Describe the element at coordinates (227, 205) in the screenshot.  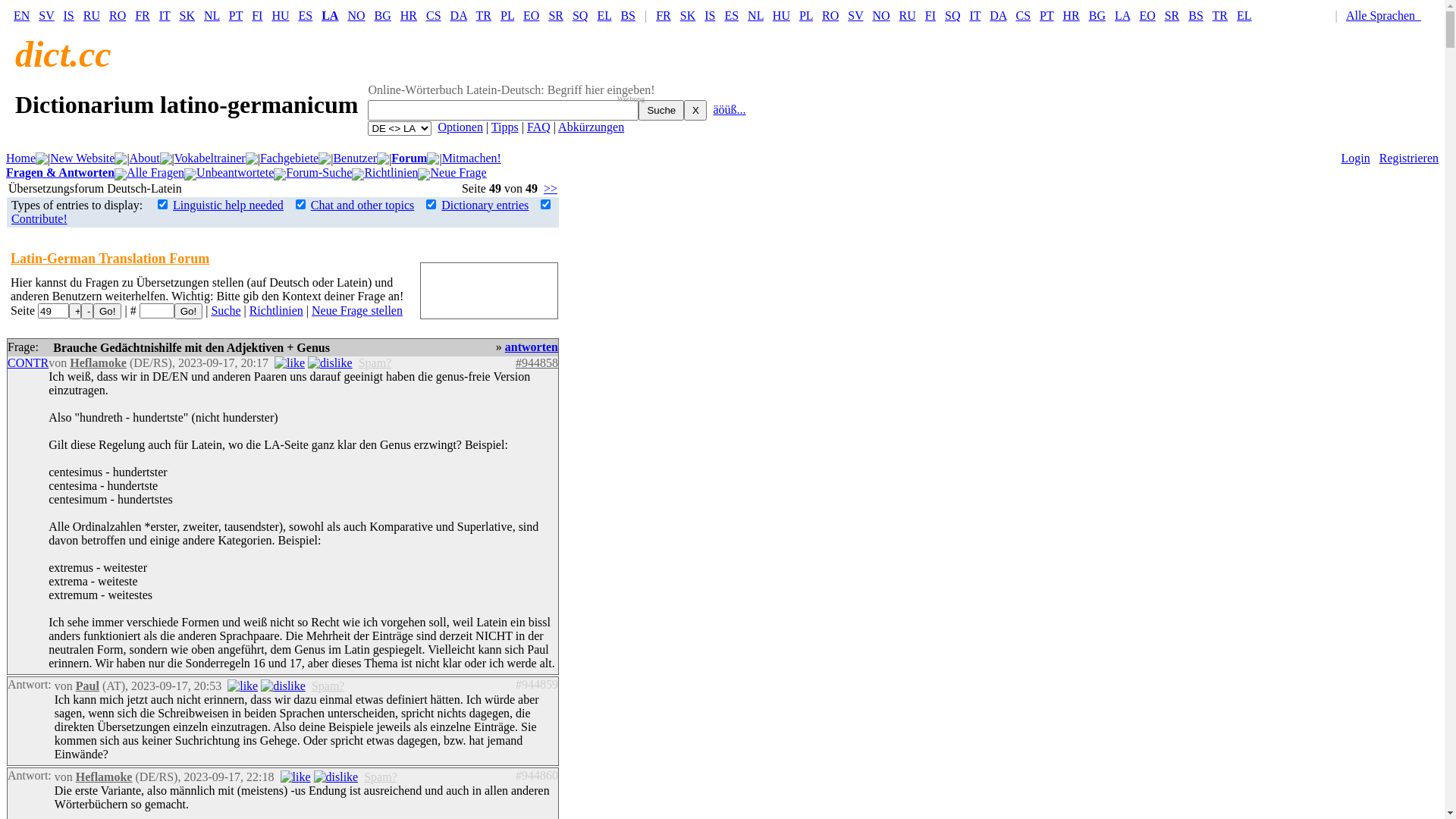
I see `'Linguistic help needed'` at that location.